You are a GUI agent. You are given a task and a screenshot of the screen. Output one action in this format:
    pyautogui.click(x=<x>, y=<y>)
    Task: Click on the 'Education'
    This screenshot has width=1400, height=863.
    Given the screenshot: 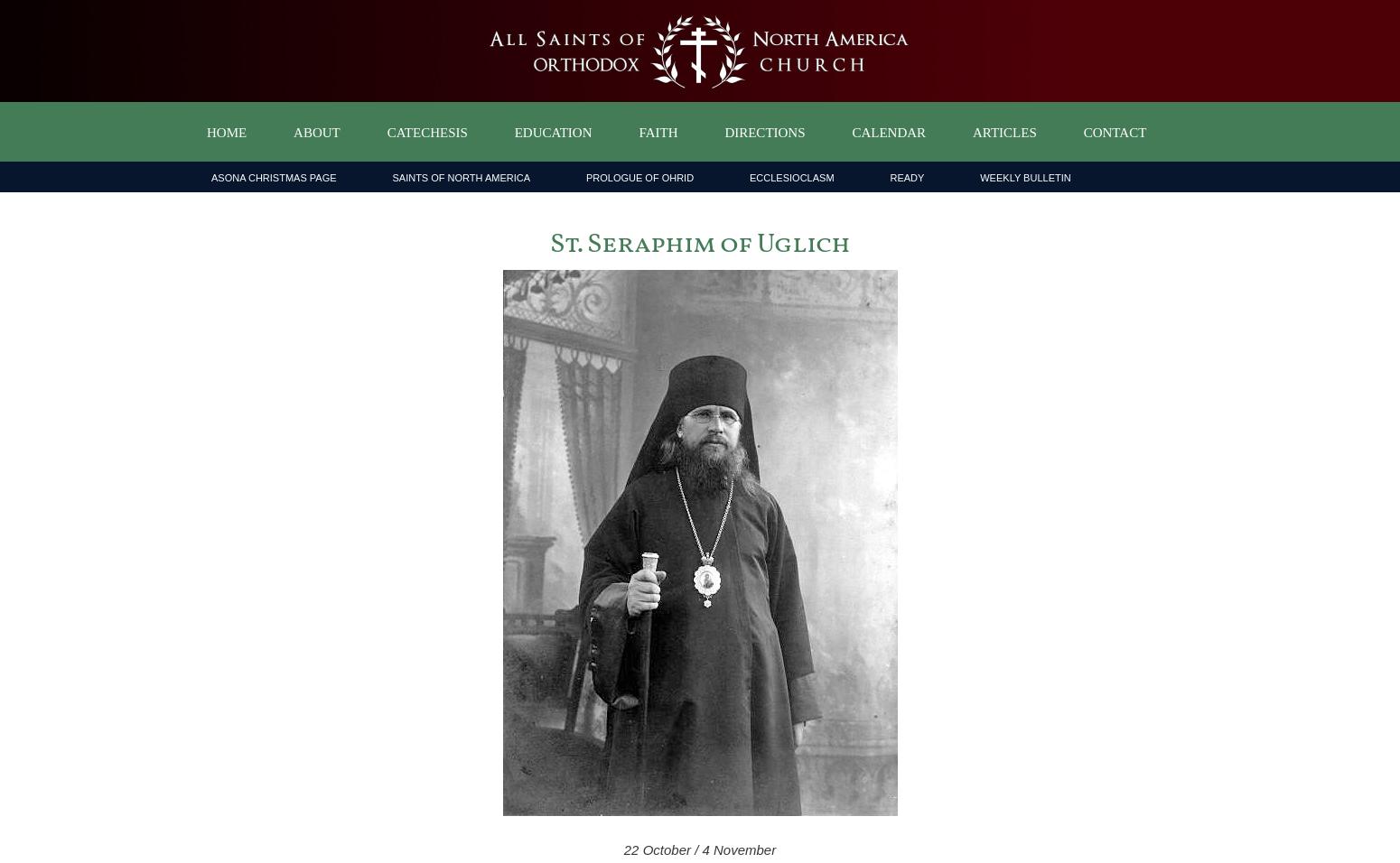 What is the action you would take?
    pyautogui.click(x=514, y=133)
    